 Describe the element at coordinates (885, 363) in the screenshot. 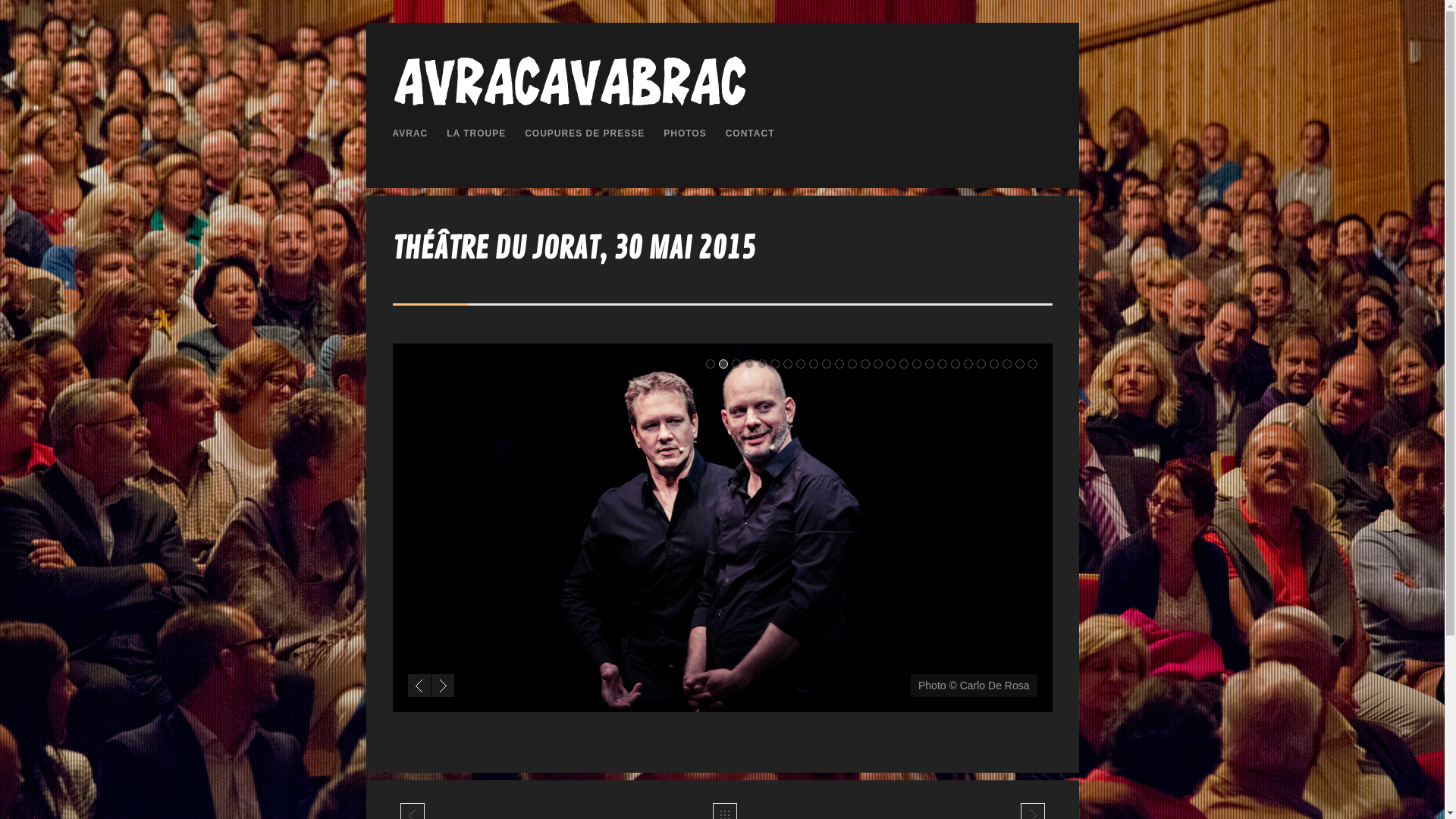

I see `'15'` at that location.